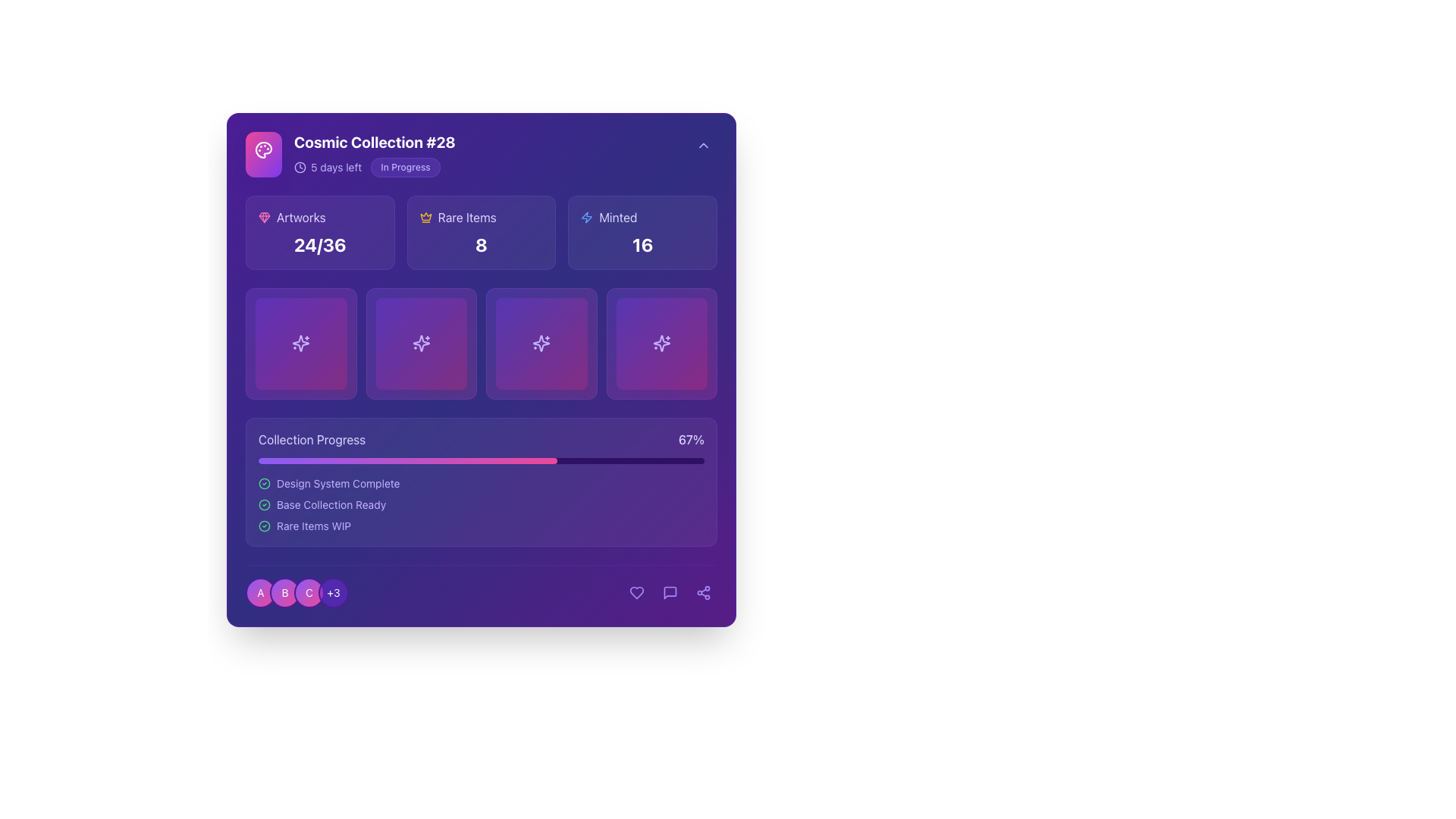 The width and height of the screenshot is (1456, 819). Describe the element at coordinates (541, 344) in the screenshot. I see `the third card from the left in a row of five cards, which represents a selectable item` at that location.